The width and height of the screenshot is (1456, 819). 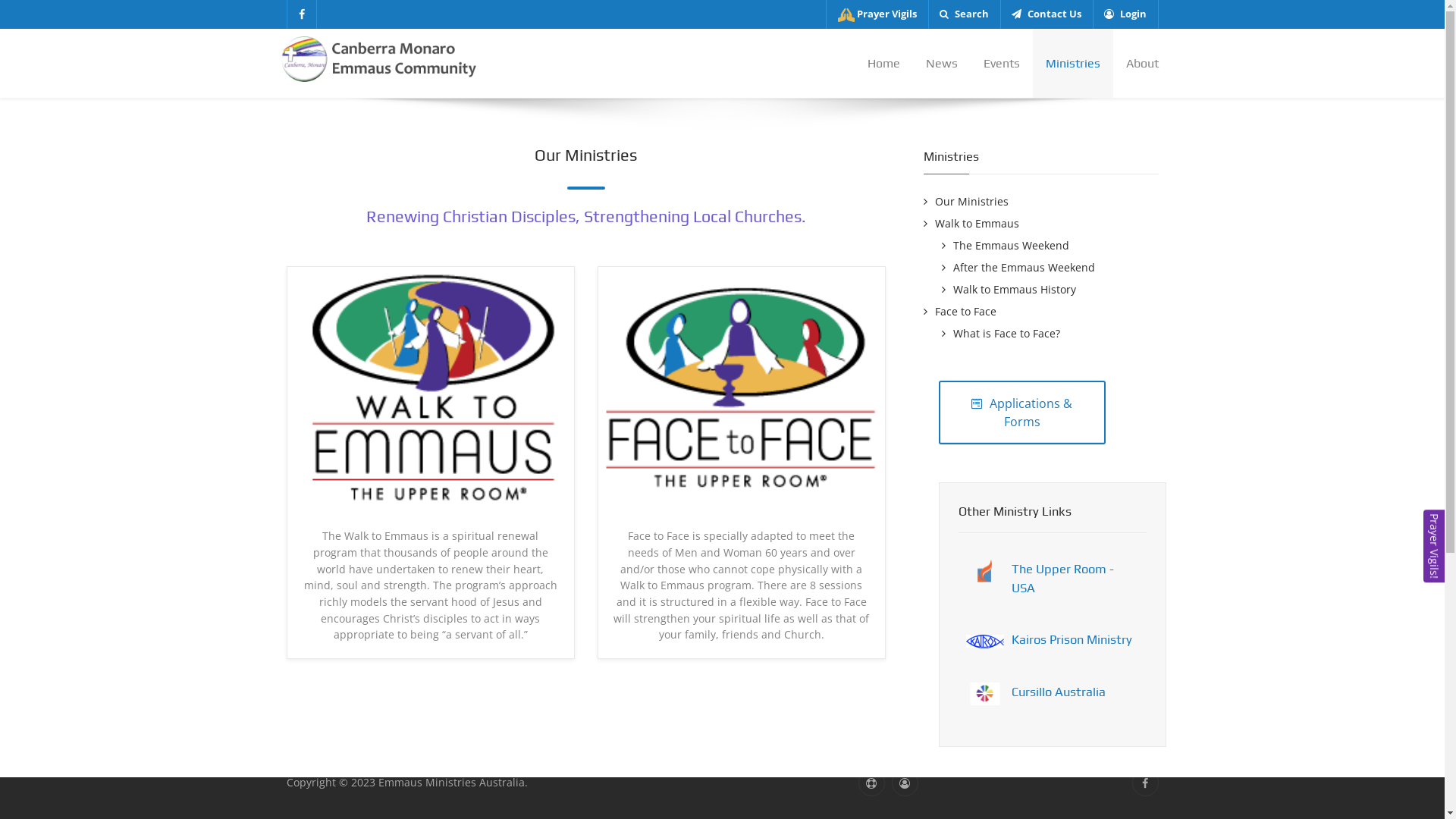 What do you see at coordinates (1135, 62) in the screenshot?
I see `'About'` at bounding box center [1135, 62].